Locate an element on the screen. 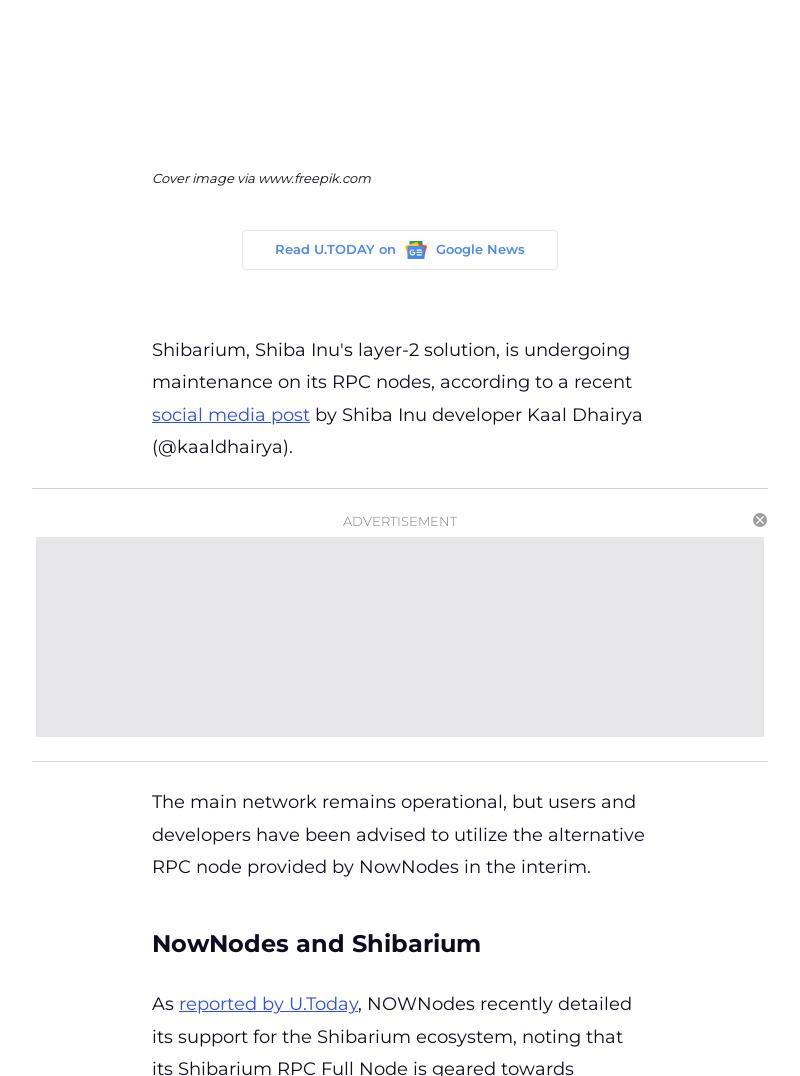 This screenshot has width=800, height=1076. 'Read U.TODAY on' is located at coordinates (335, 248).